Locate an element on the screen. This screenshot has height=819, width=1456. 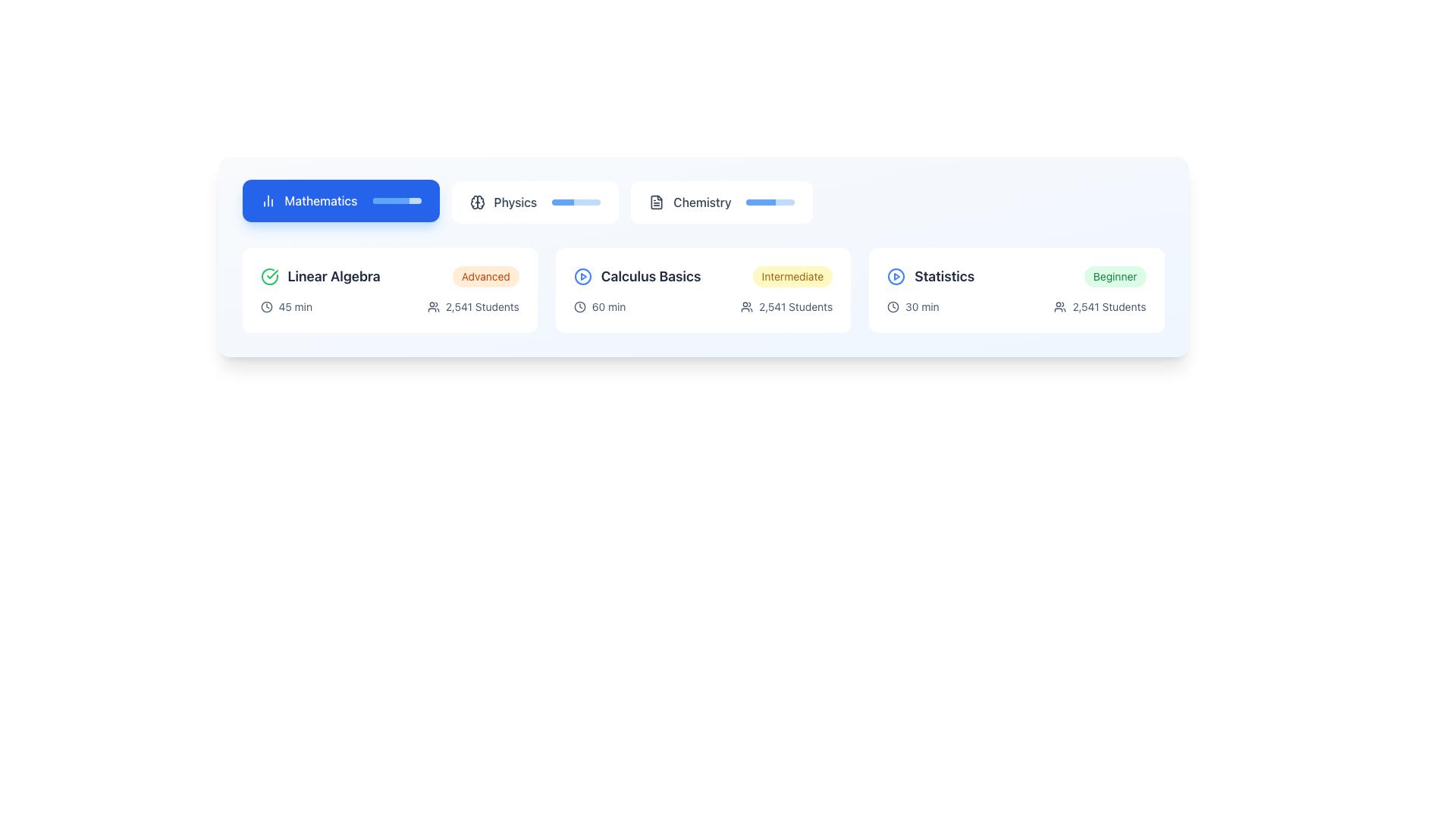
the text with icon display showing the number of students enrolled in the course, located at the bottom-right corner of the 'Statistics' course card is located at coordinates (1100, 307).